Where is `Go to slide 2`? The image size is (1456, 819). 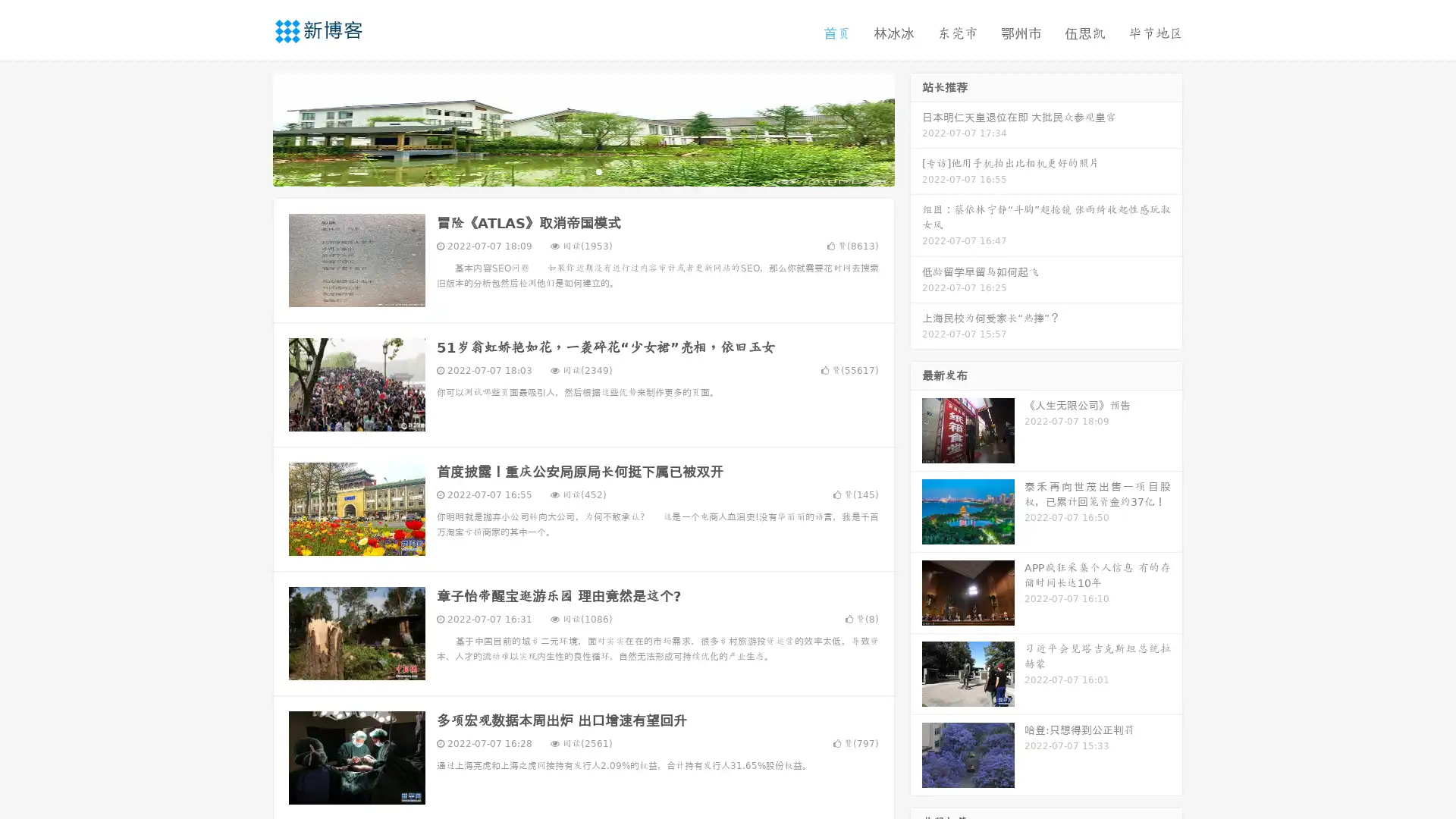 Go to slide 2 is located at coordinates (582, 171).